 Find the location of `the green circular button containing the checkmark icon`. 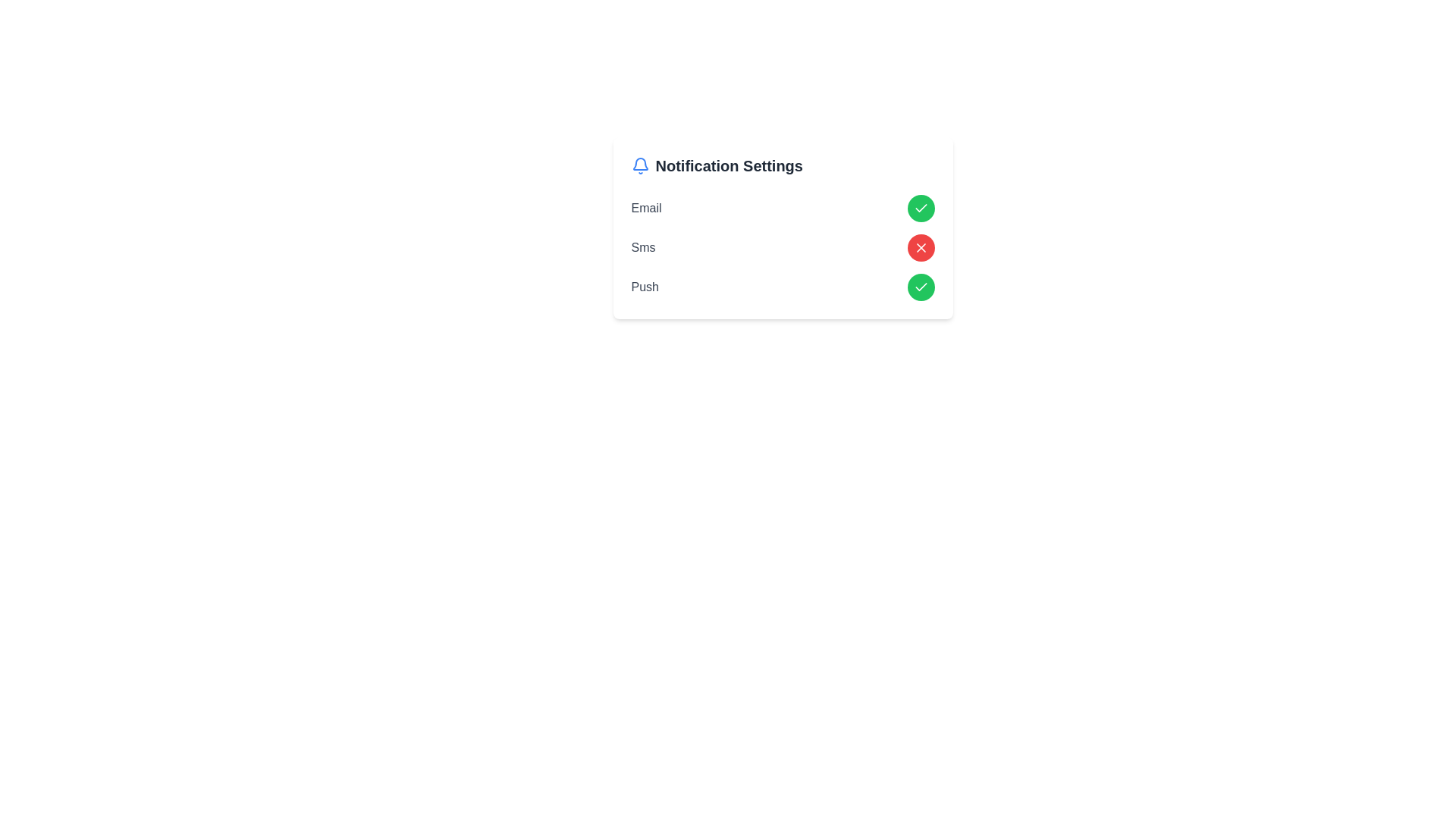

the green circular button containing the checkmark icon is located at coordinates (920, 208).